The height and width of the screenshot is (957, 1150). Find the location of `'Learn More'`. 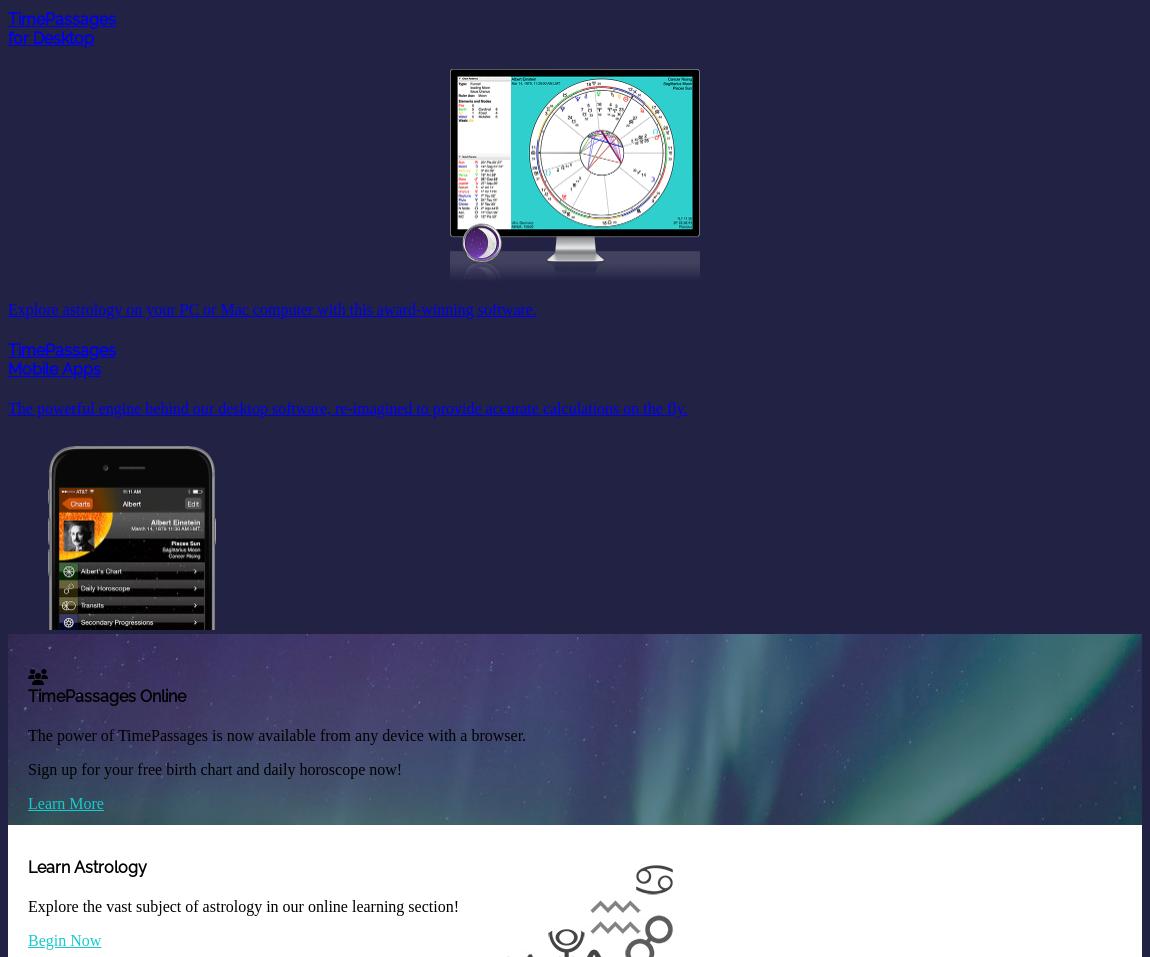

'Learn More' is located at coordinates (64, 801).